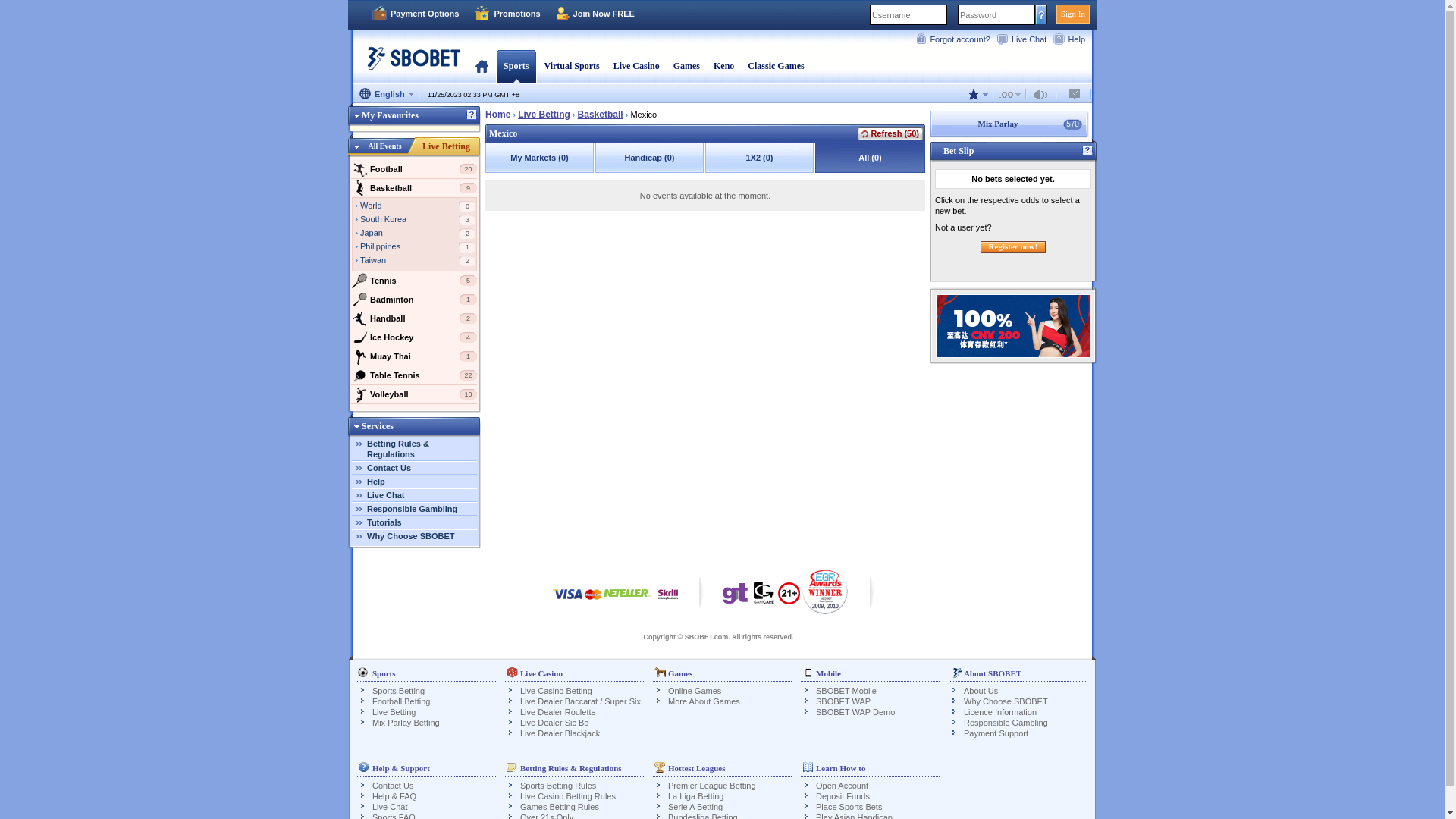 This screenshot has height=819, width=1456. I want to click on 'My Favourites', so click(414, 117).